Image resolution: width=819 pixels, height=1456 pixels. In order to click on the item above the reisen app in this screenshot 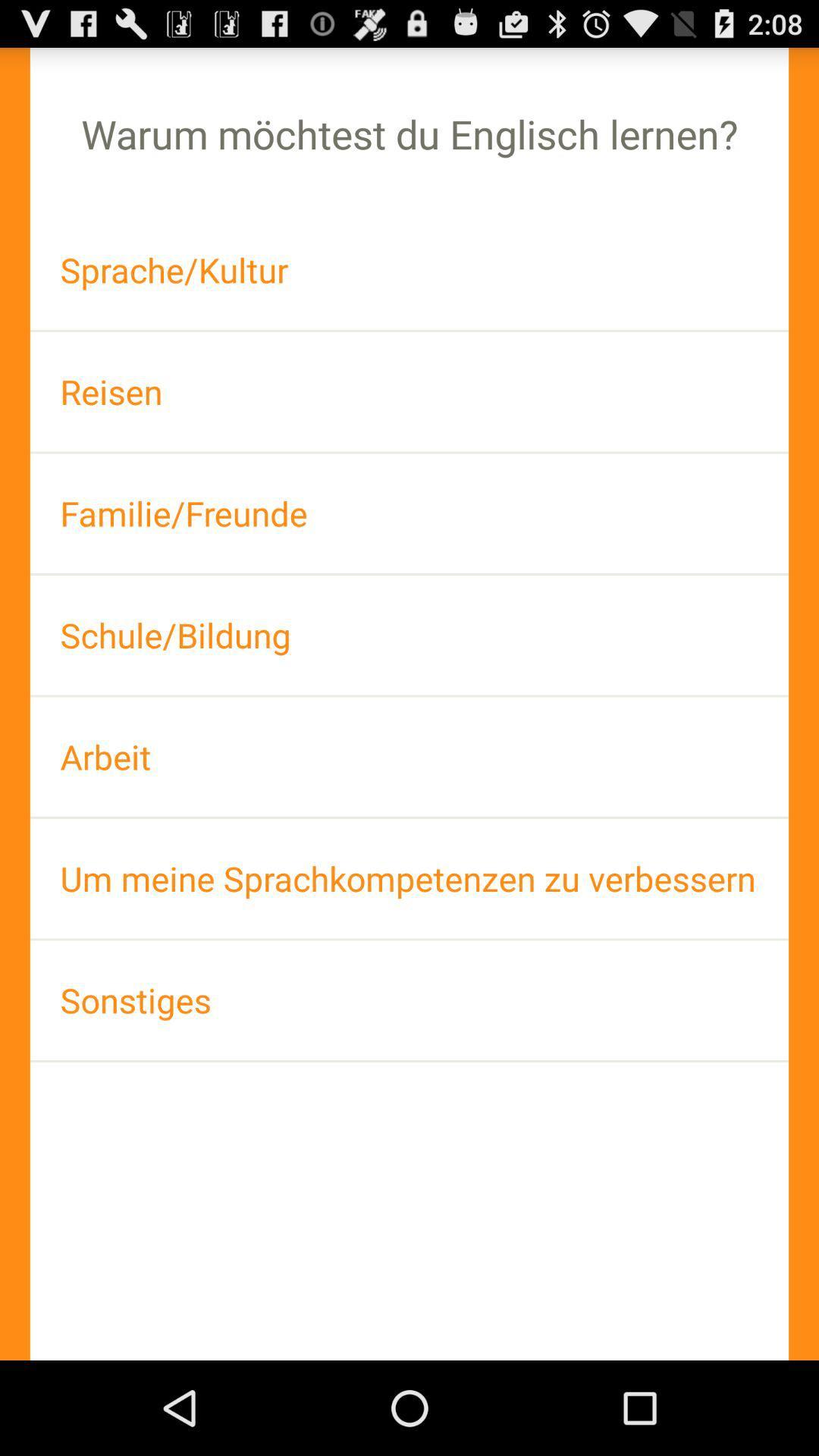, I will do `click(409, 270)`.